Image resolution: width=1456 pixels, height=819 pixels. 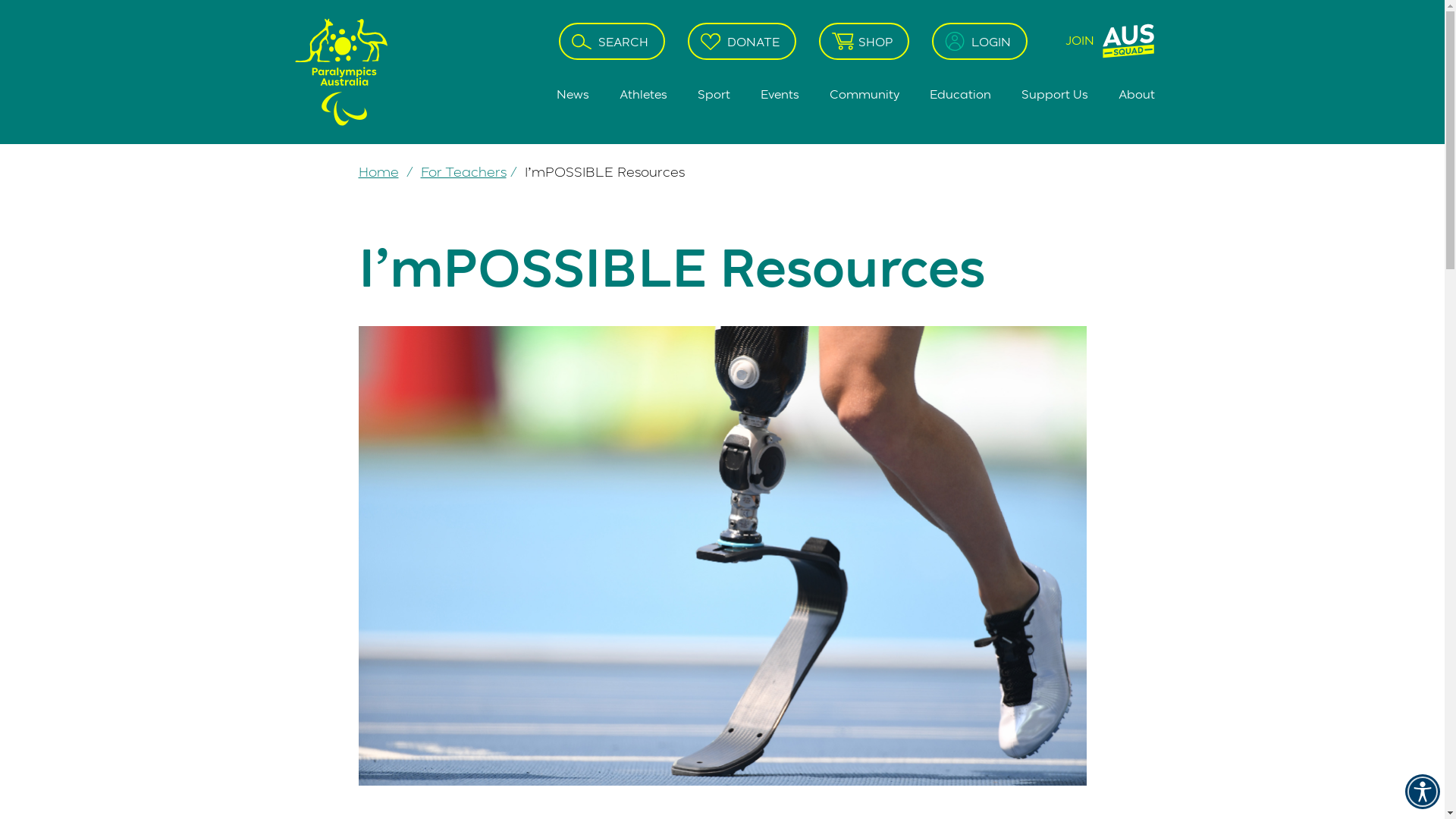 What do you see at coordinates (713, 93) in the screenshot?
I see `'Sport'` at bounding box center [713, 93].